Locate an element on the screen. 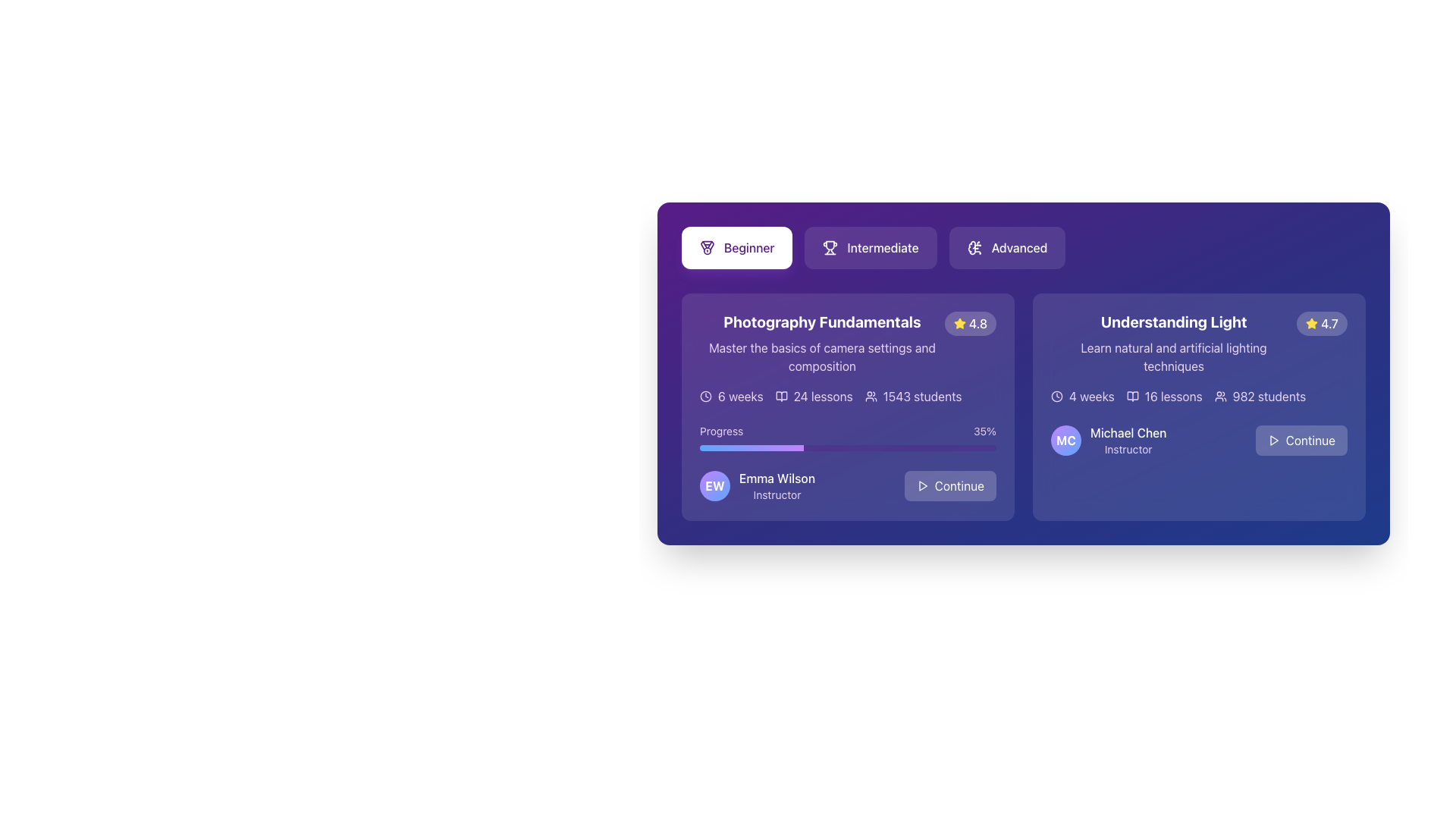 The width and height of the screenshot is (1456, 819). the informational text element that displays the number of students enrolled in the course, which is the rightmost segment among three horizontally aligned items in the course details card is located at coordinates (1260, 396).